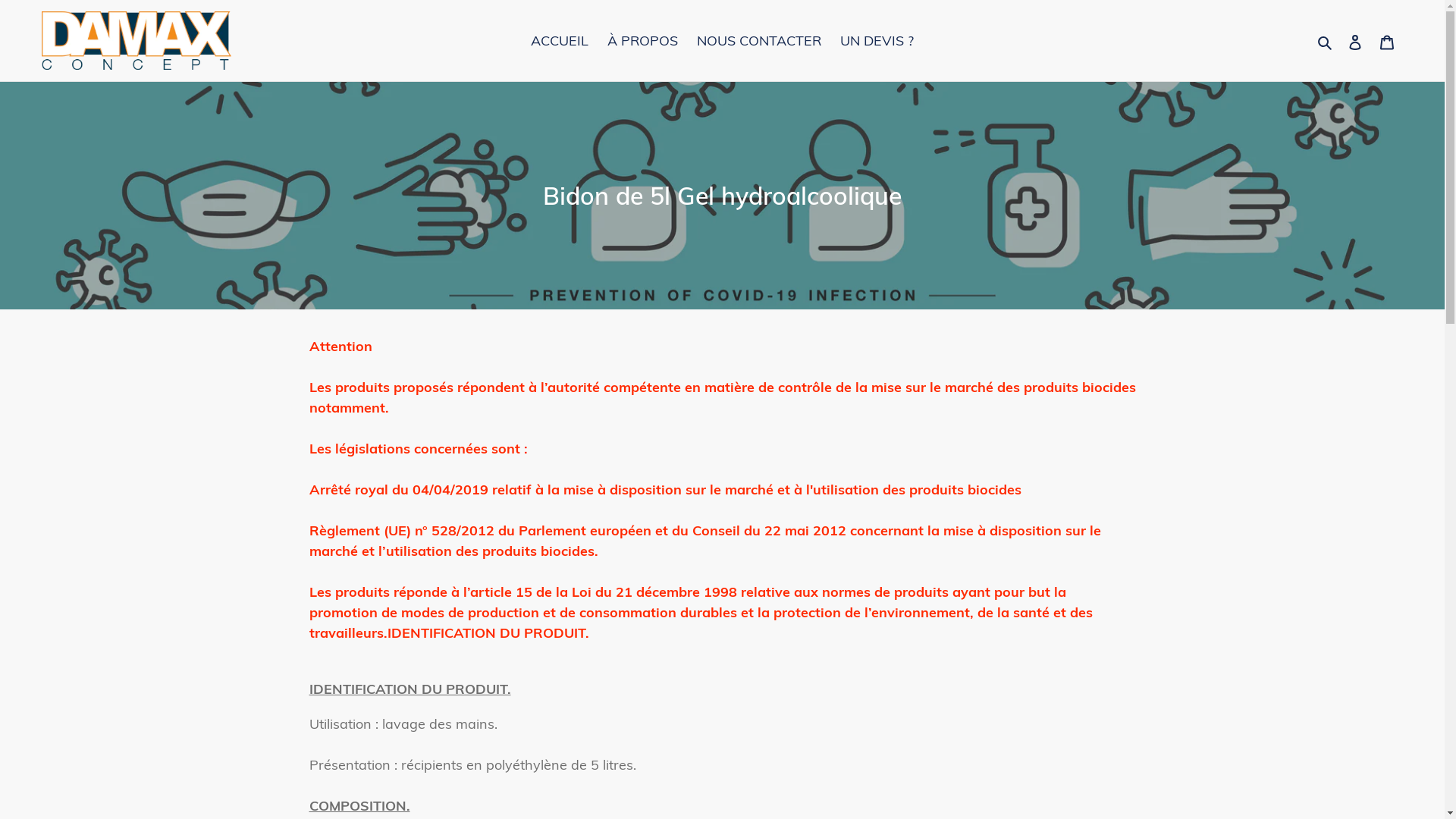  I want to click on 'Panier', so click(1386, 39).